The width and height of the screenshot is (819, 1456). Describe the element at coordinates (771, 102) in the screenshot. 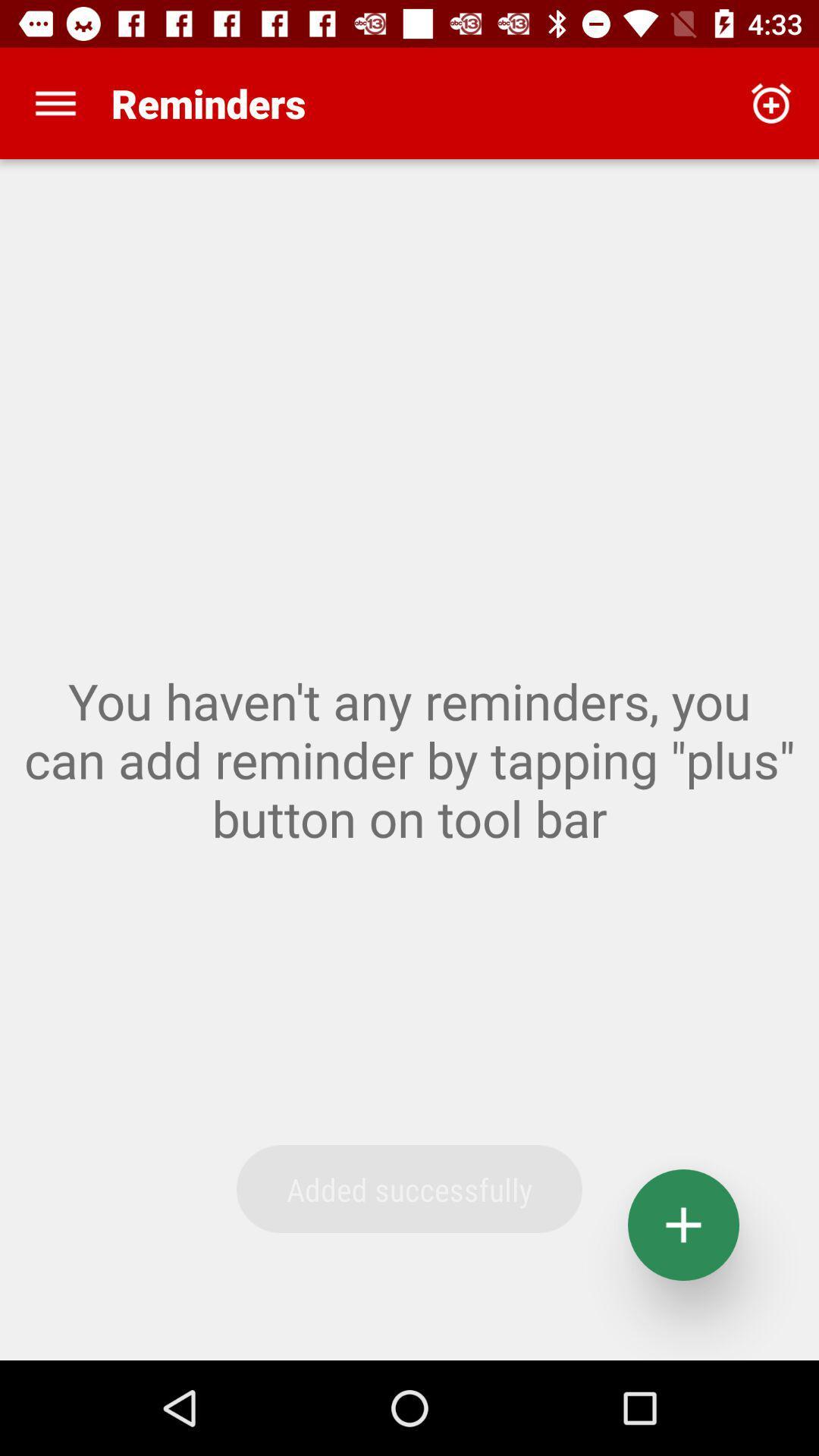

I see `the item at the top right corner` at that location.